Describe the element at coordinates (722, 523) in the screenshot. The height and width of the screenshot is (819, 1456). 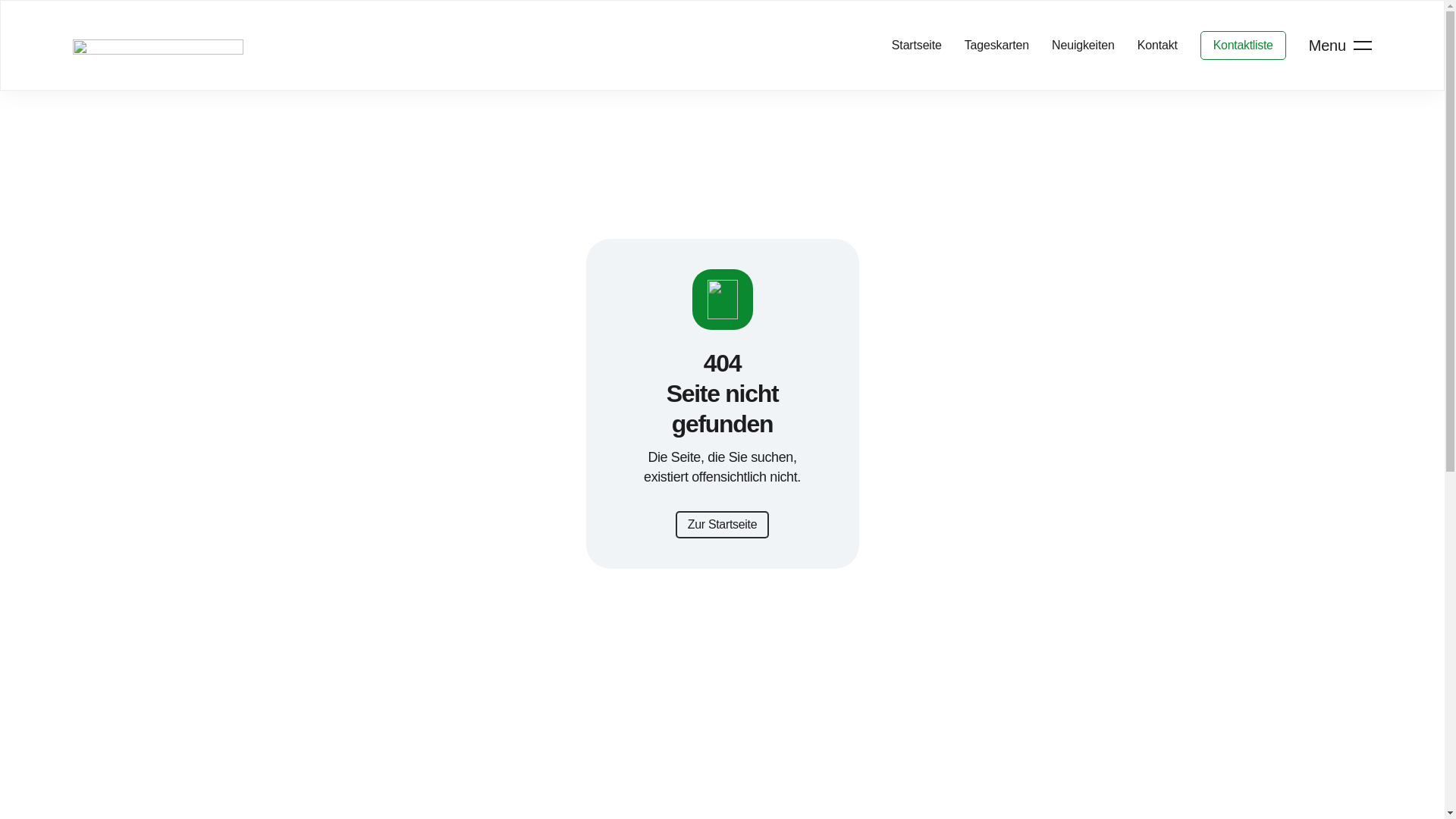
I see `'Zur Startseite'` at that location.